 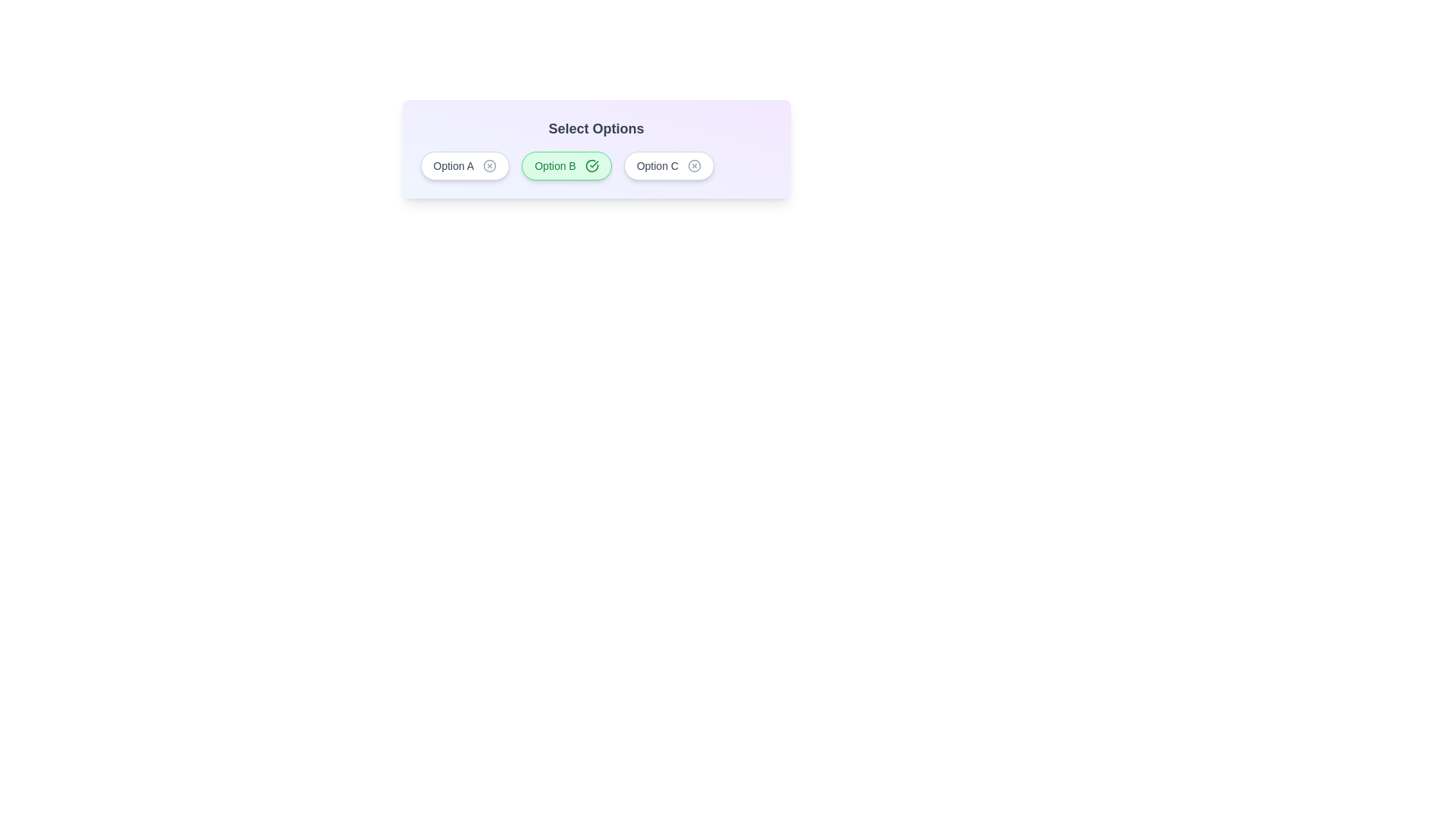 I want to click on the chip labeled Option B, so click(x=566, y=166).